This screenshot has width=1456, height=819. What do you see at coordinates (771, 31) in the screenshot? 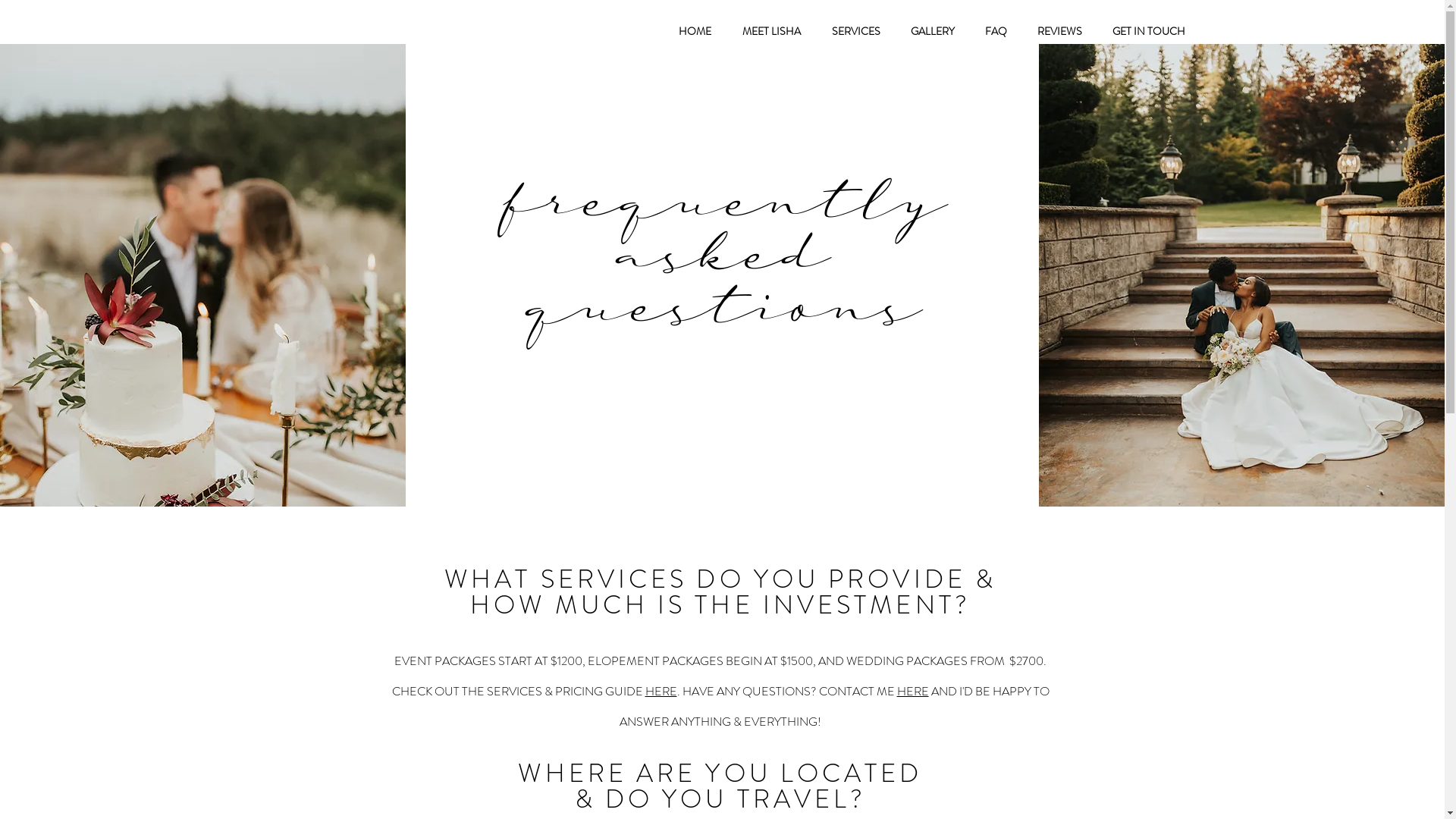
I see `'MEET LISHA'` at bounding box center [771, 31].